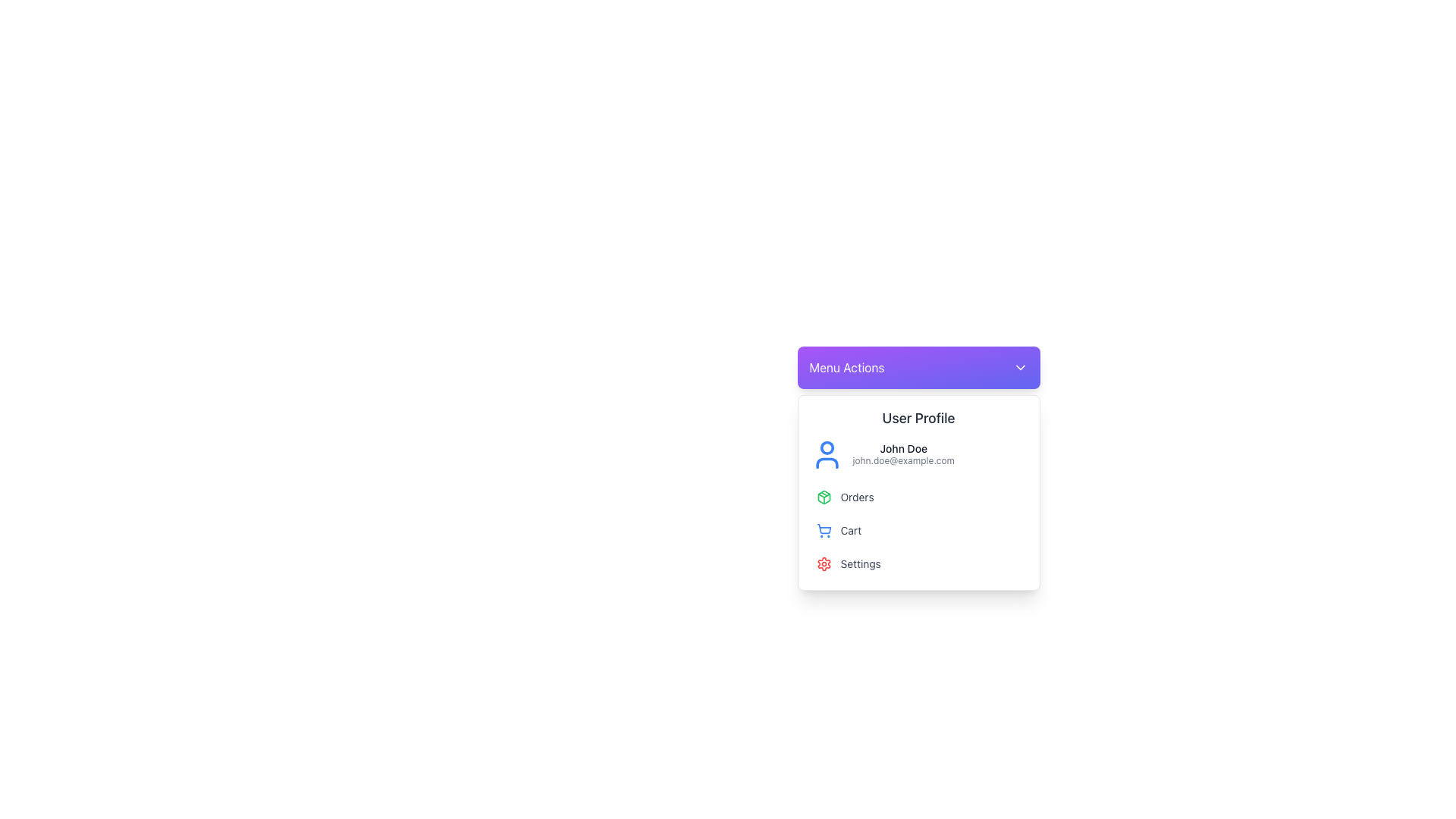  Describe the element at coordinates (861, 564) in the screenshot. I see `the clickable text label located at the bottom of the content card, which is the fourth option in the list and positioned to the right of a red gear-shaped icon` at that location.